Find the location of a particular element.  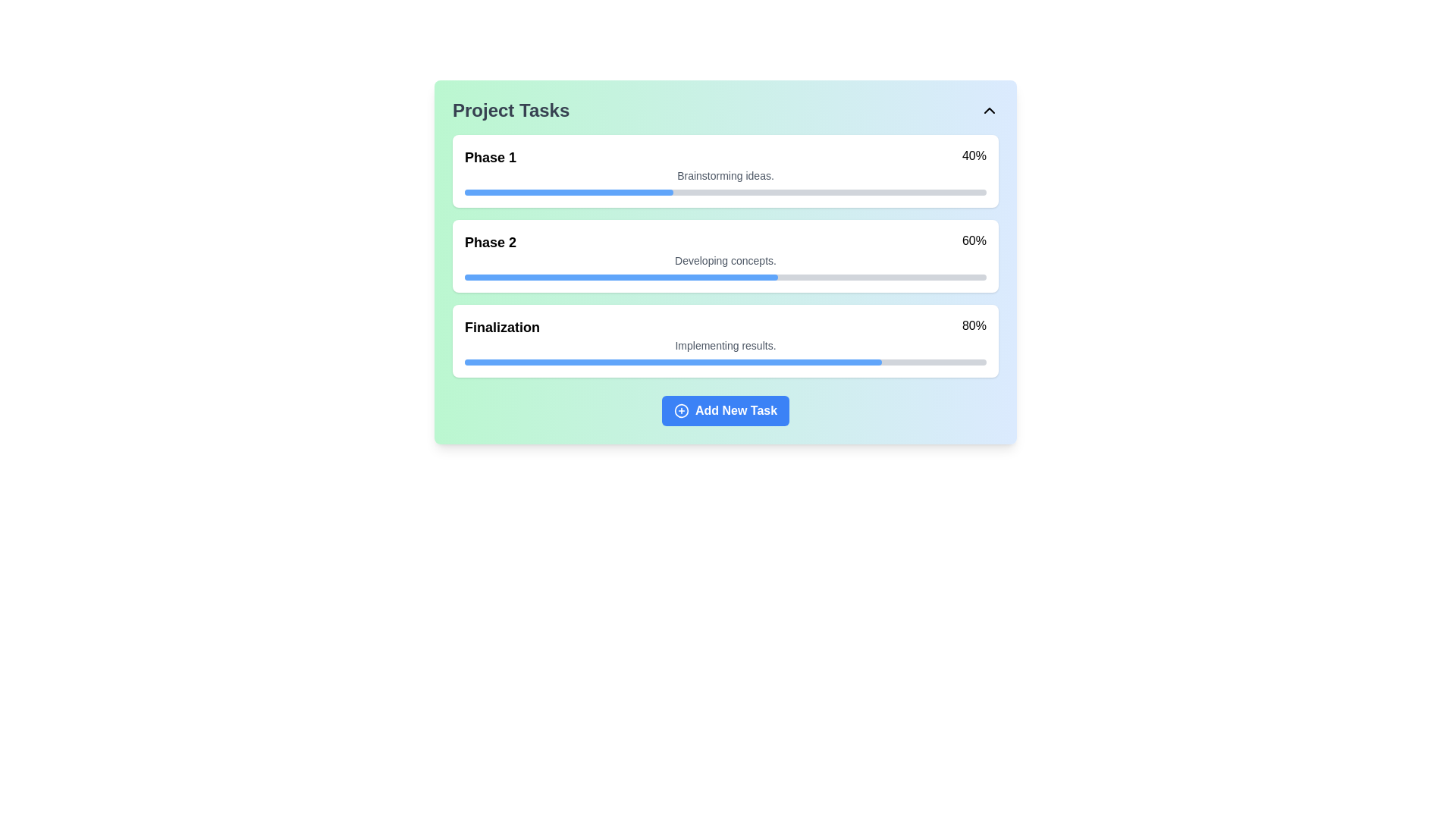

the fill section of the progress bar indicating 40% completion for 'Phase 1' is located at coordinates (568, 192).